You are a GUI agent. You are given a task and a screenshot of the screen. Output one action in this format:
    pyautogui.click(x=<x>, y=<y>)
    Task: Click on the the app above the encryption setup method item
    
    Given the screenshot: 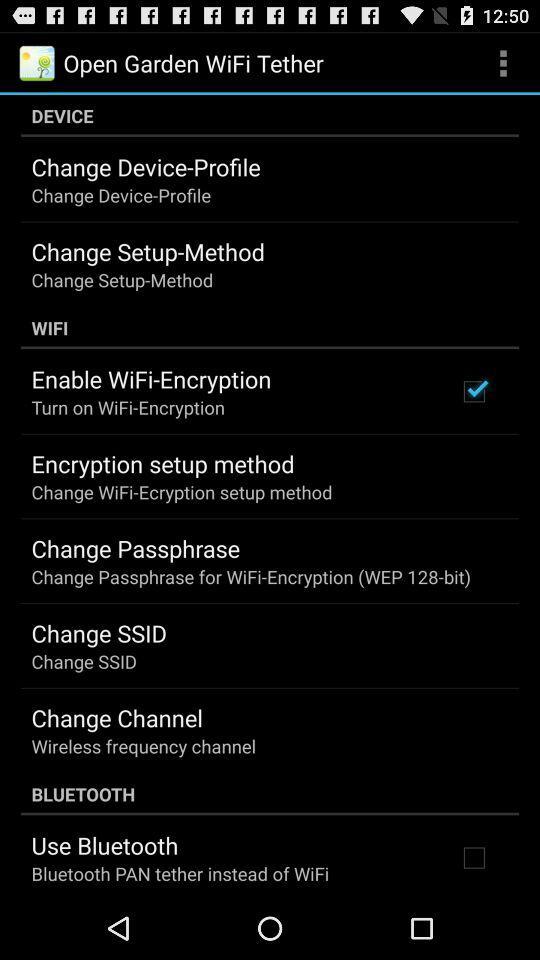 What is the action you would take?
    pyautogui.click(x=128, y=406)
    